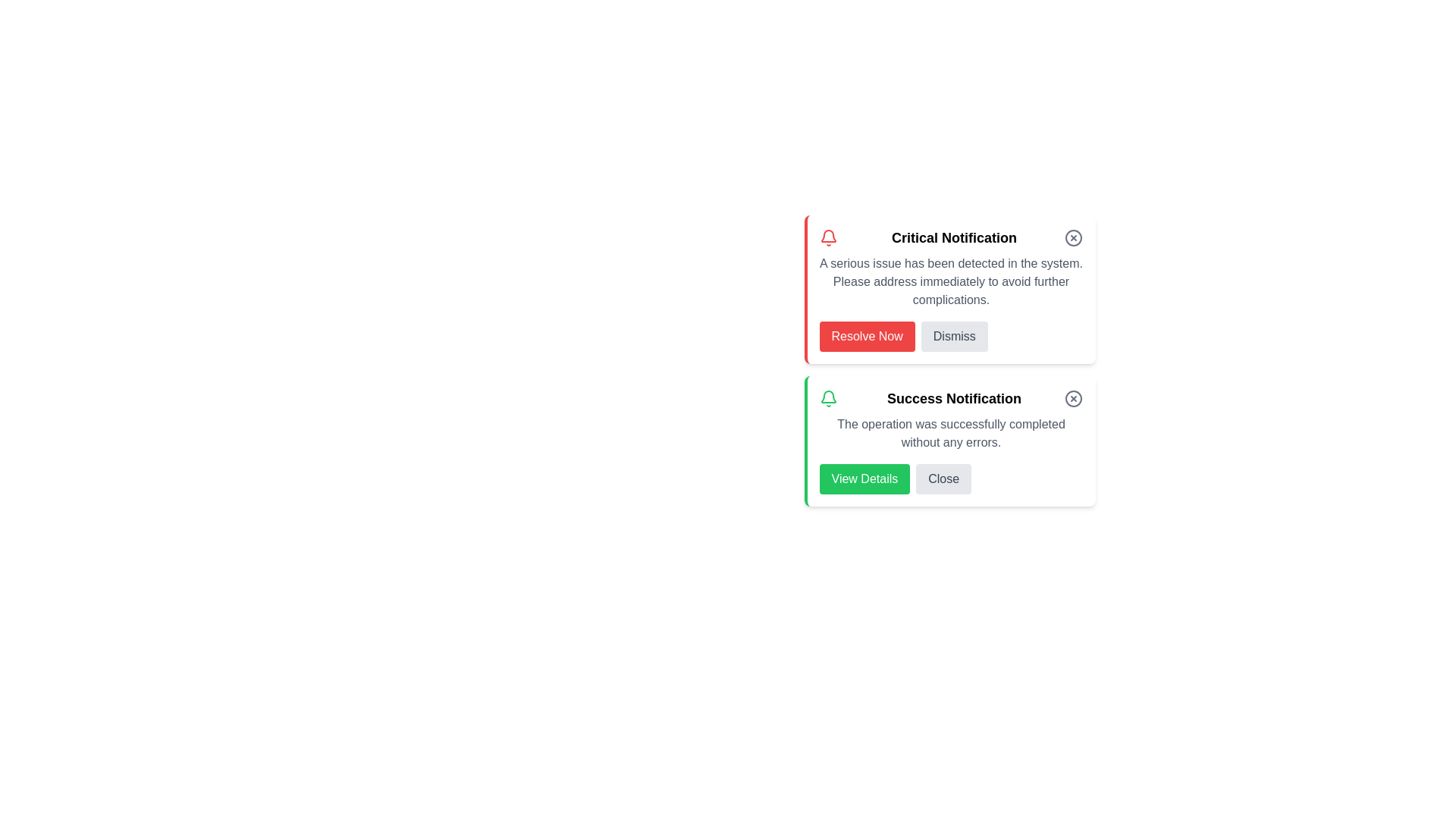  Describe the element at coordinates (1073, 237) in the screenshot. I see `the small circular gray button with a cross at the top-right corner of the 'Critical Notification' alert card to trigger the hover effect that changes its color` at that location.